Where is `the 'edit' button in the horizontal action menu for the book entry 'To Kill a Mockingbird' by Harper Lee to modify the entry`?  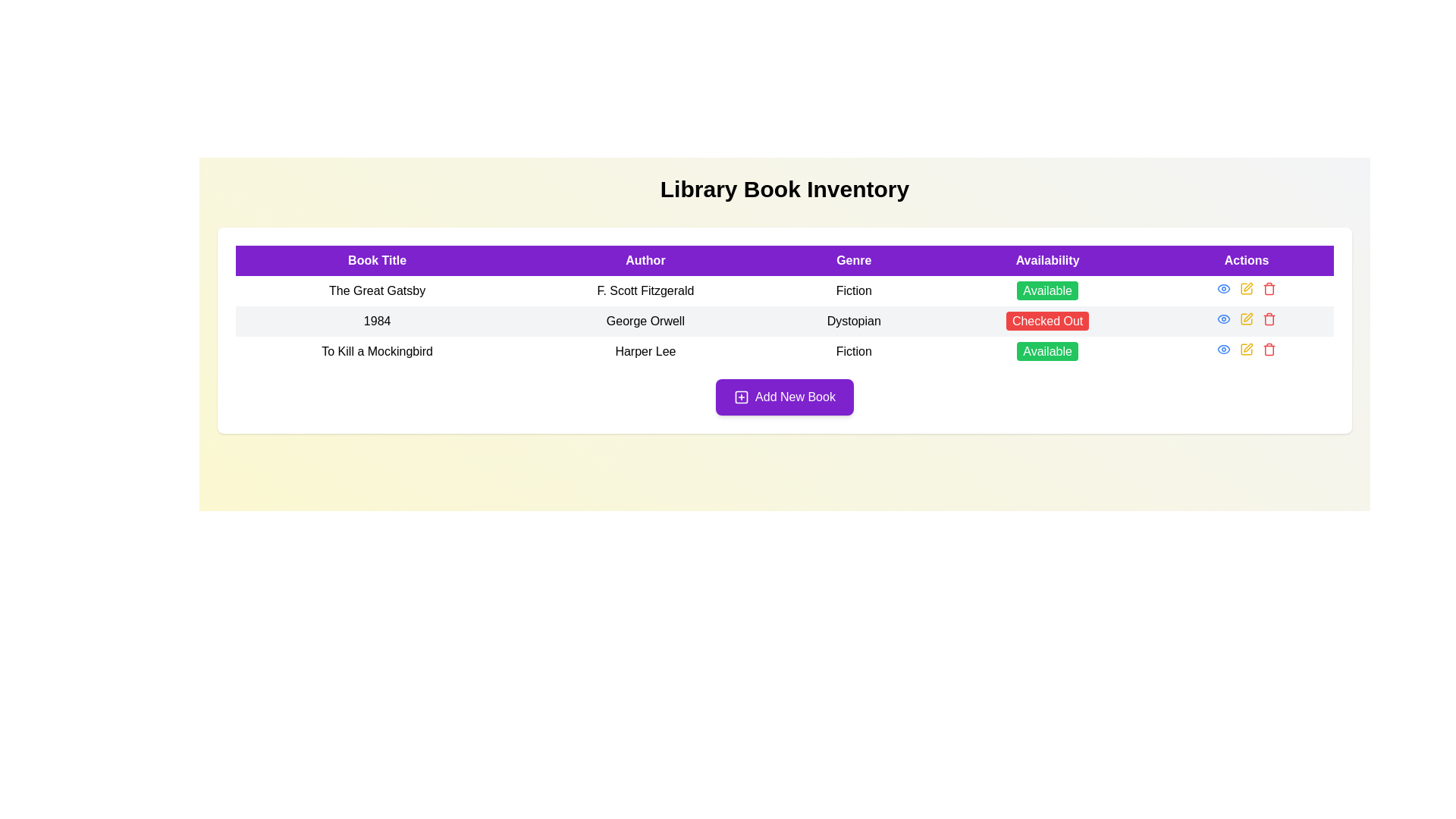
the 'edit' button in the horizontal action menu for the book entry 'To Kill a Mockingbird' by Harper Lee to modify the entry is located at coordinates (1246, 350).